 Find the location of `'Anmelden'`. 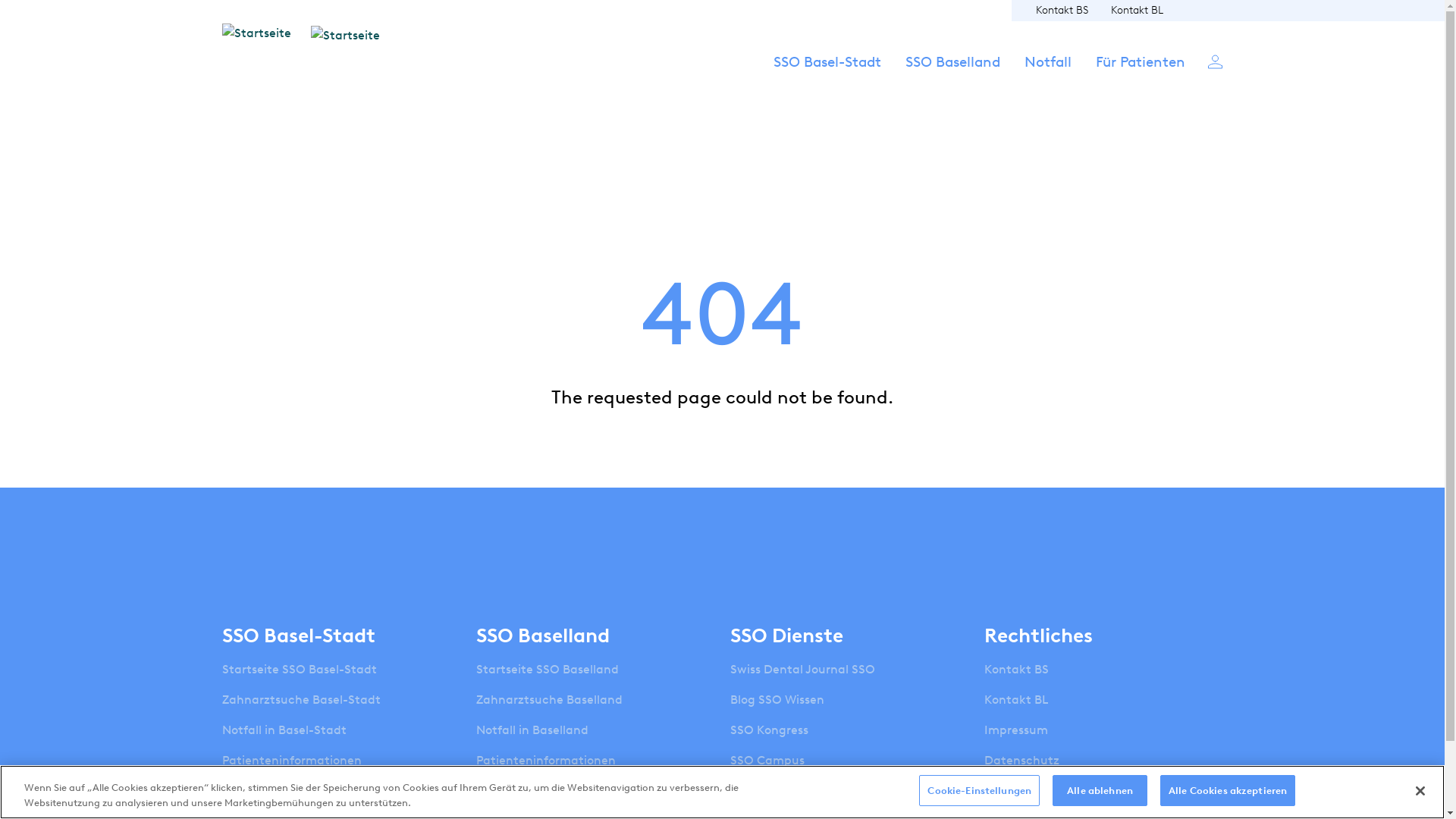

'Anmelden' is located at coordinates (1207, 60).